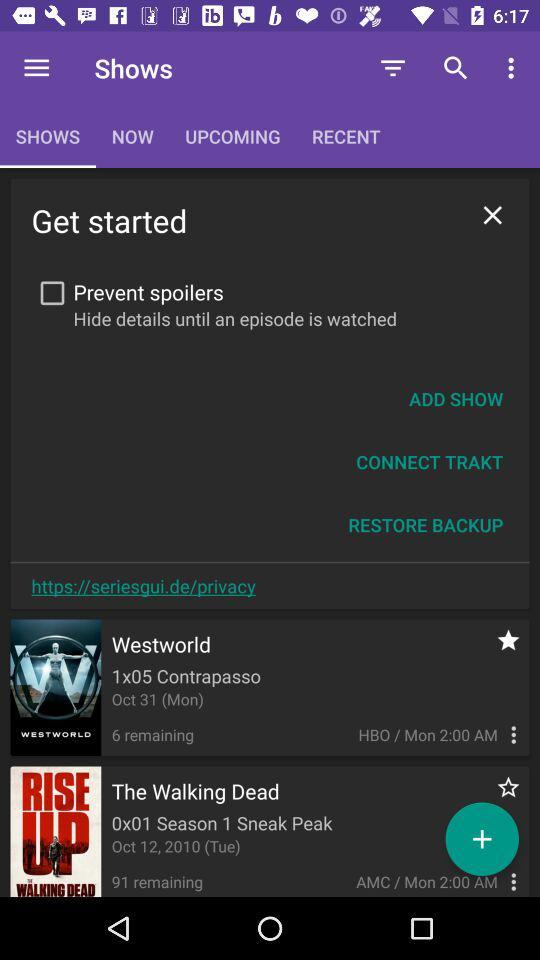 This screenshot has height=960, width=540. Describe the element at coordinates (496, 649) in the screenshot. I see `the icon next to westworld icon` at that location.